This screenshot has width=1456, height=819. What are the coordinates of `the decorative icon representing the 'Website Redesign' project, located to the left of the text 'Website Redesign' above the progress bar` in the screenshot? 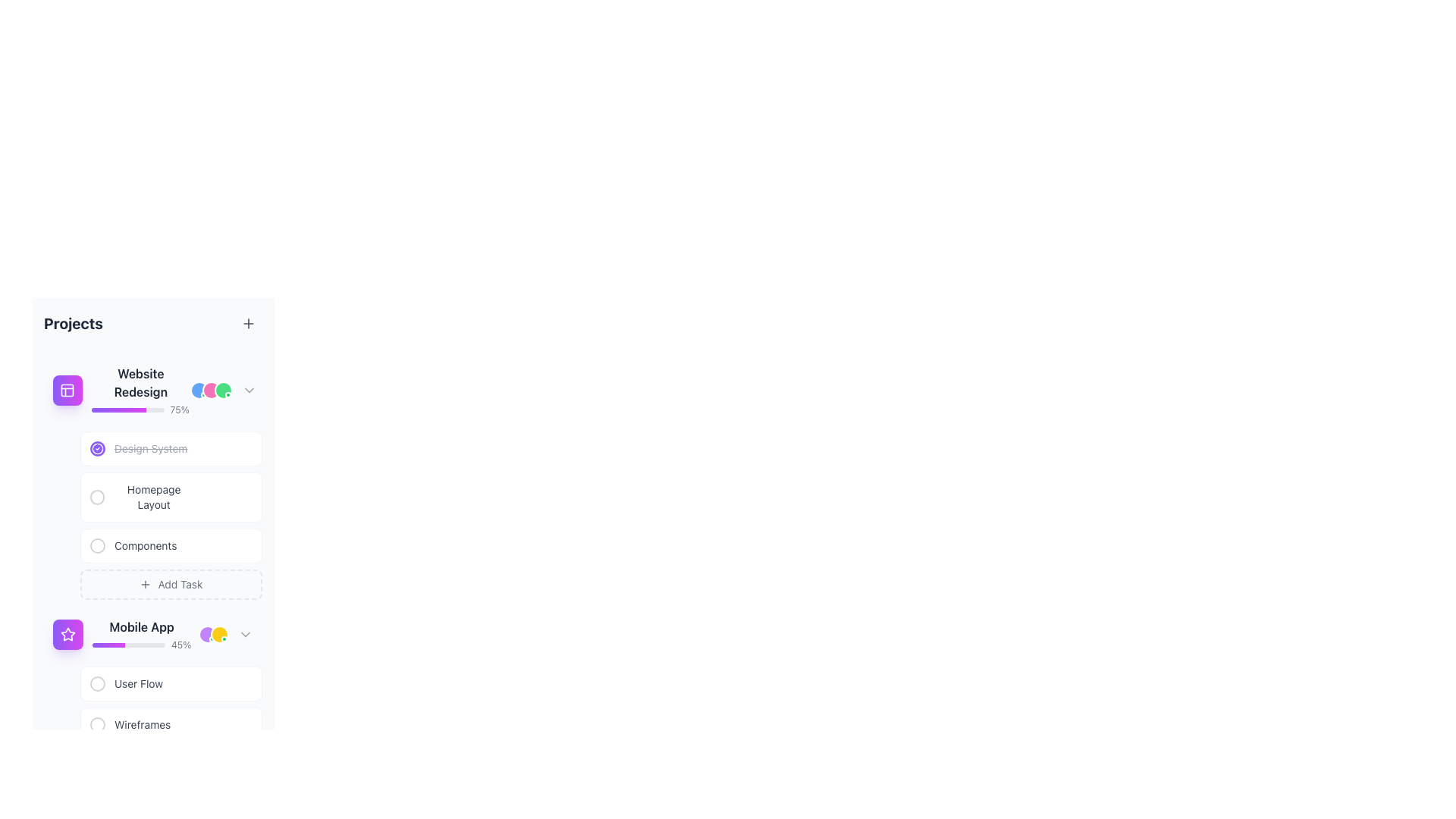 It's located at (67, 390).